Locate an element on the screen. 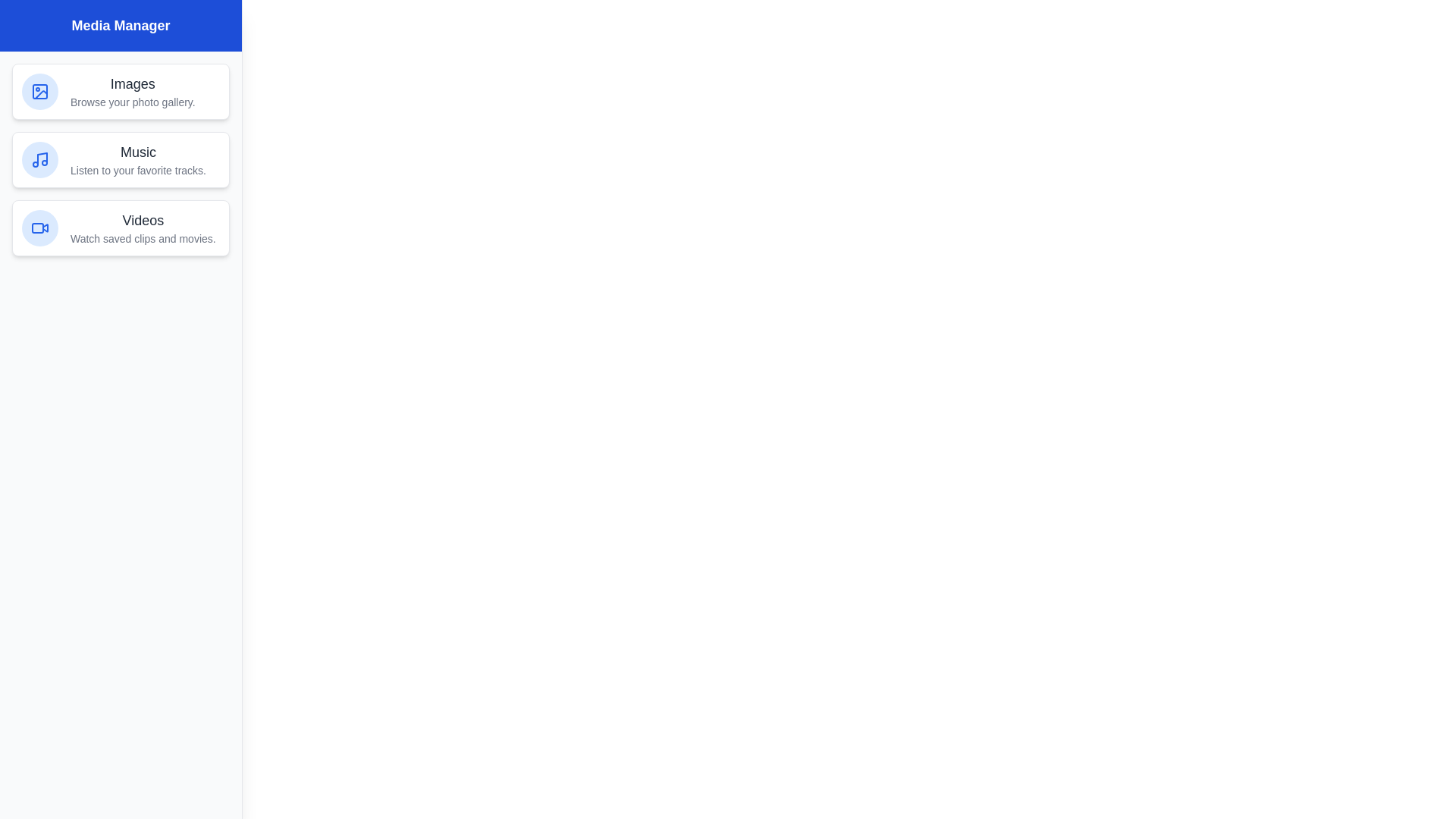 Image resolution: width=1456 pixels, height=819 pixels. the button in the top-left corner to toggle the drawer is located at coordinates (33, 33).